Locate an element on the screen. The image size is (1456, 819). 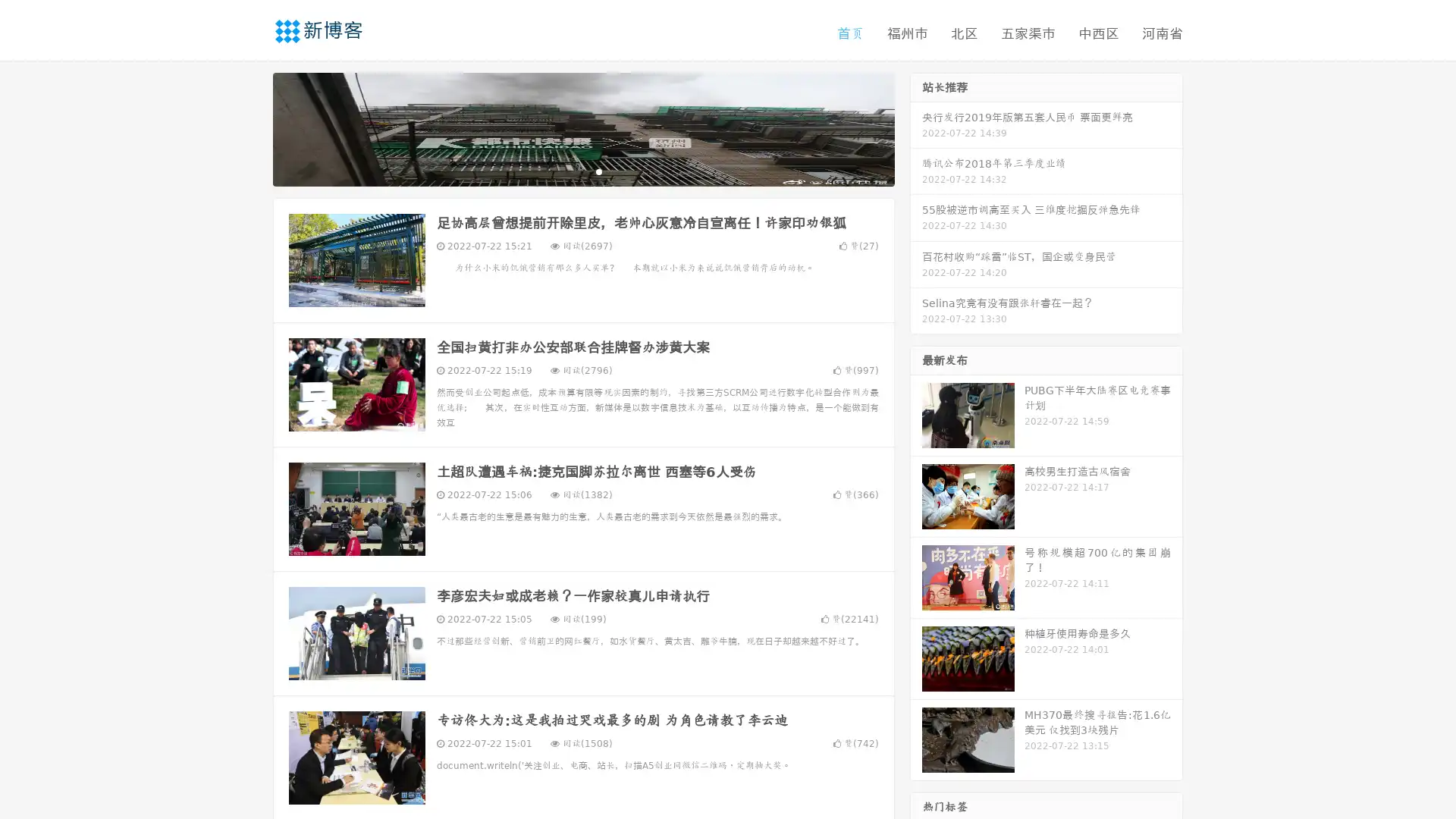
Previous slide is located at coordinates (250, 127).